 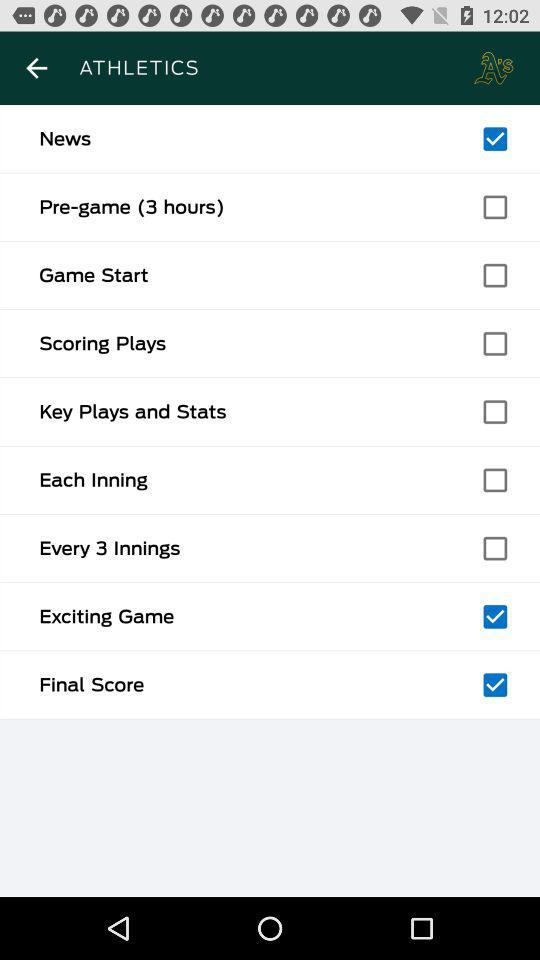 What do you see at coordinates (36, 68) in the screenshot?
I see `icon to the left of the athletics` at bounding box center [36, 68].